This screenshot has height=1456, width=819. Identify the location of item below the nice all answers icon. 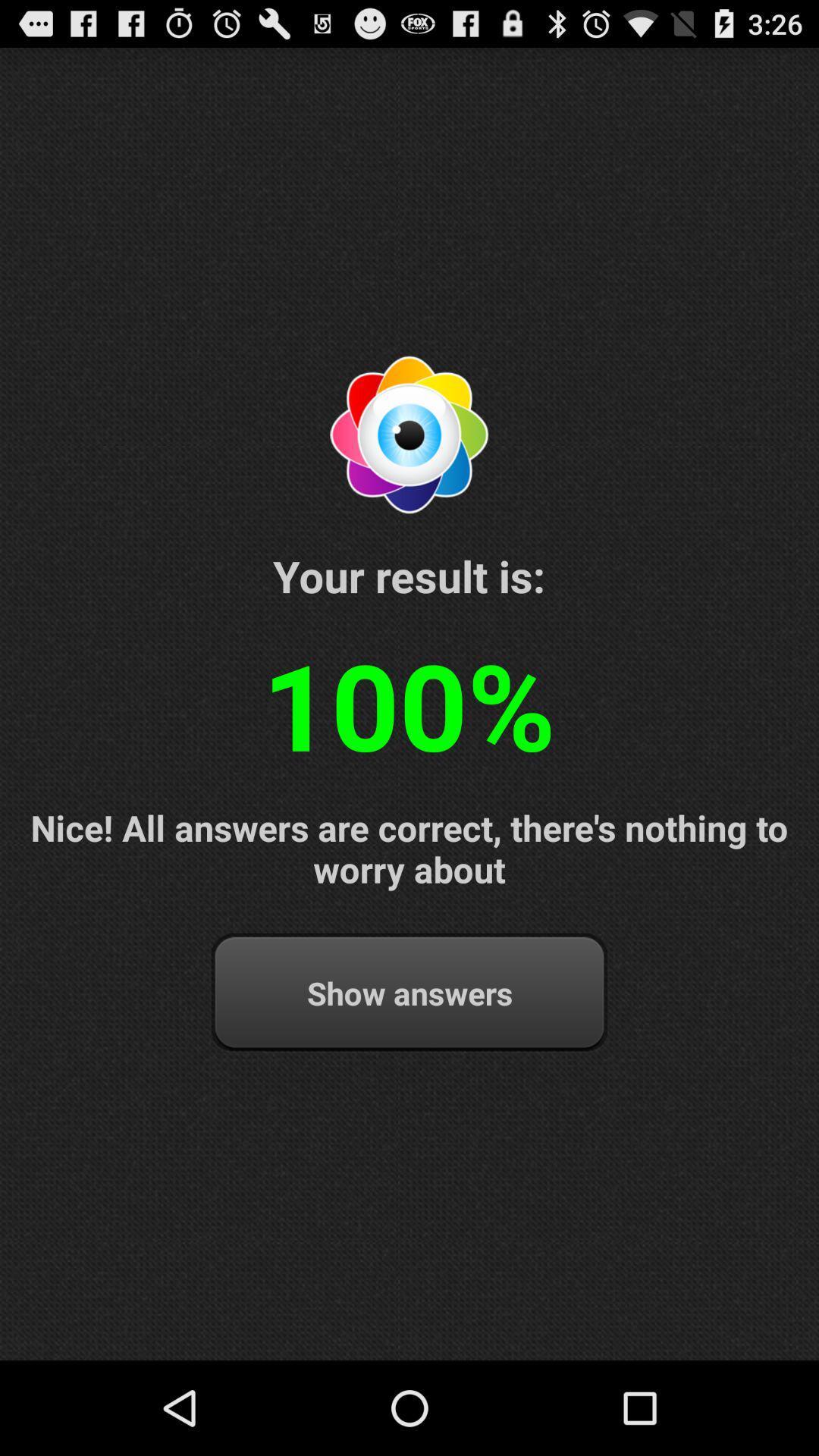
(409, 993).